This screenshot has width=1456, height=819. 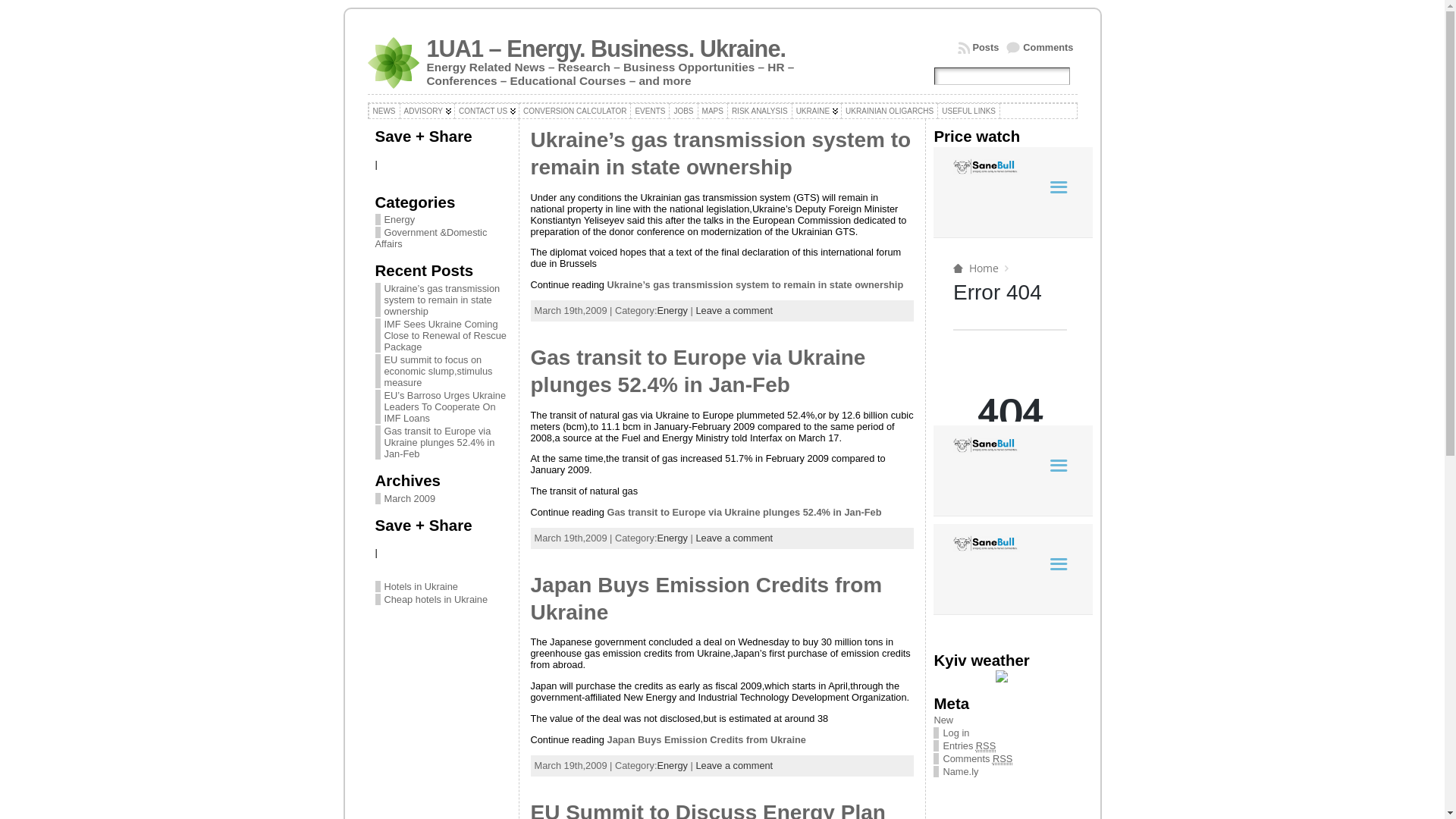 I want to click on 'Posts', so click(x=956, y=46).